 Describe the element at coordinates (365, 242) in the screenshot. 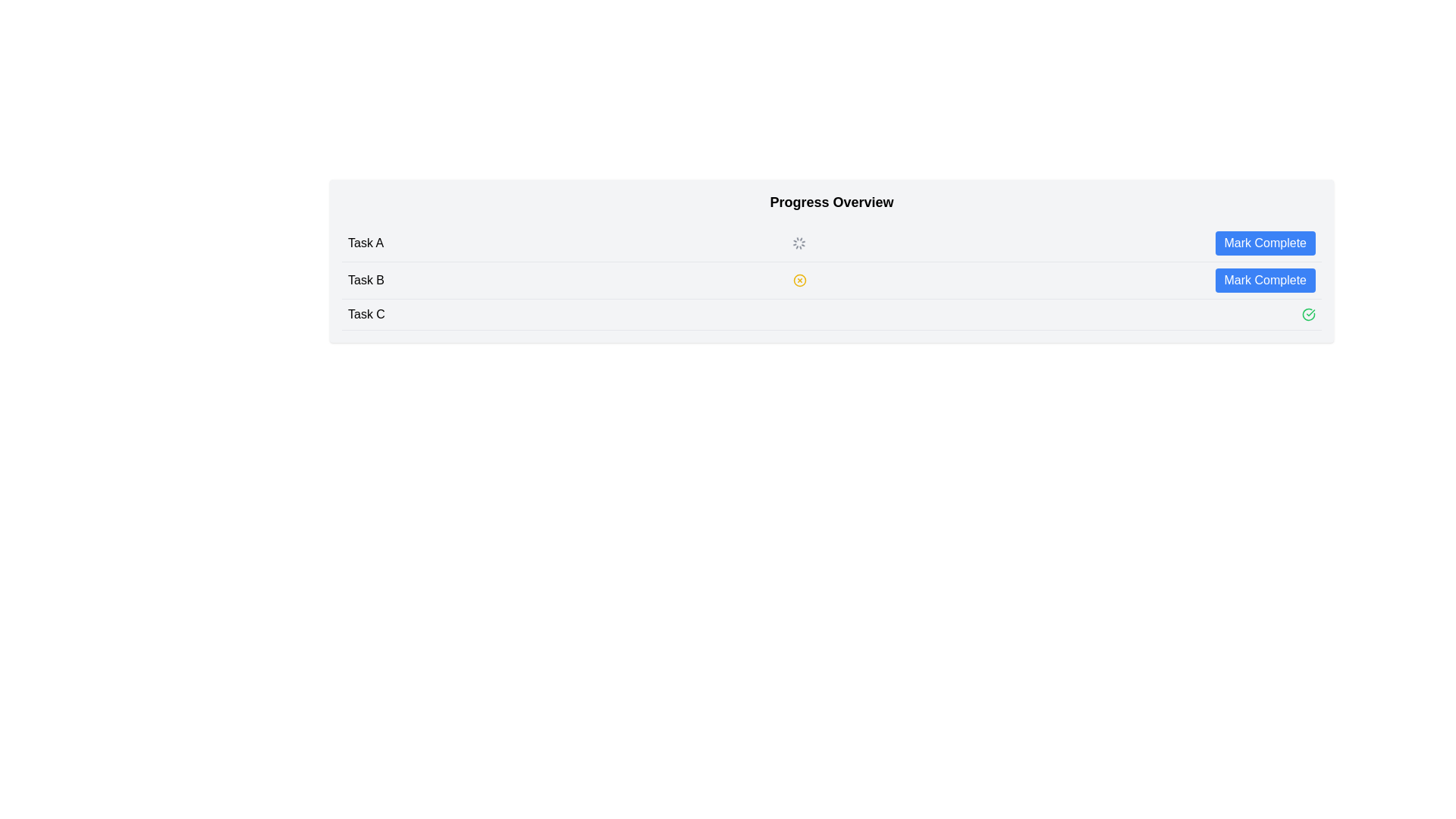

I see `the Text label that represents Task A, which is the first item in its row, to focus on or select it` at that location.